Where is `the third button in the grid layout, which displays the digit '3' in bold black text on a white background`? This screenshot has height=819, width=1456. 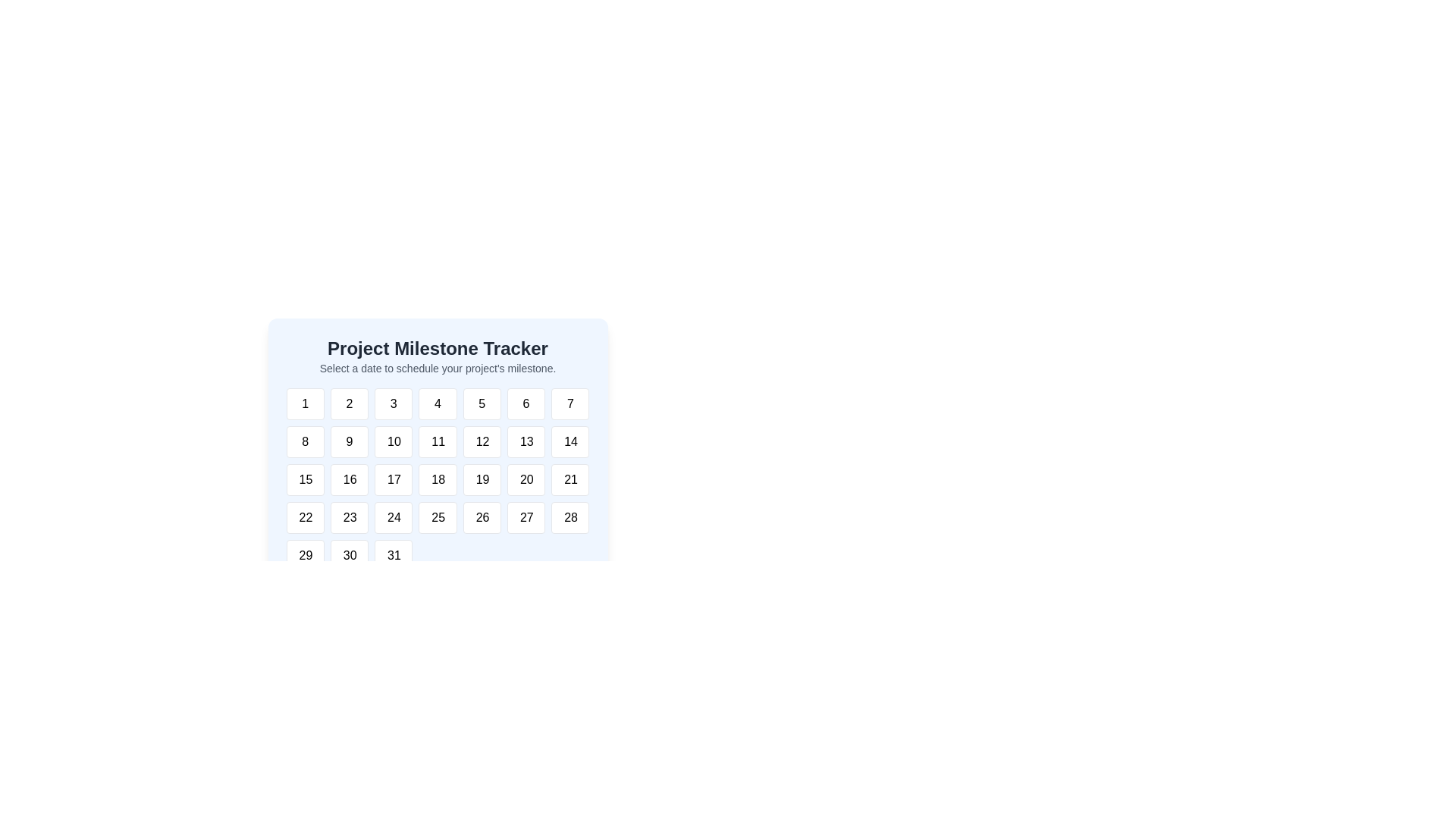
the third button in the grid layout, which displays the digit '3' in bold black text on a white background is located at coordinates (394, 403).